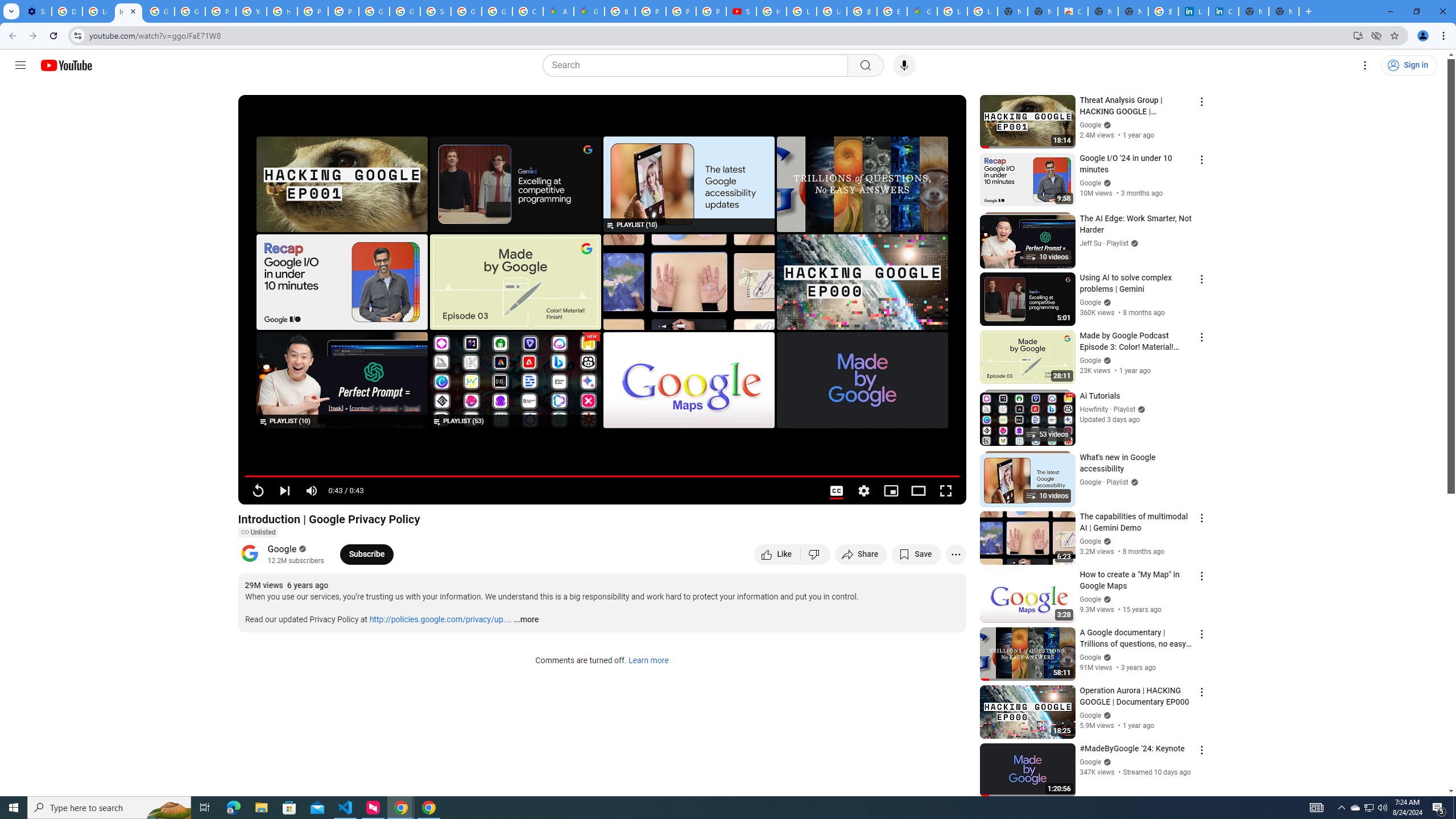 The width and height of the screenshot is (1456, 819). I want to click on 'Action menu', so click(1201, 750).